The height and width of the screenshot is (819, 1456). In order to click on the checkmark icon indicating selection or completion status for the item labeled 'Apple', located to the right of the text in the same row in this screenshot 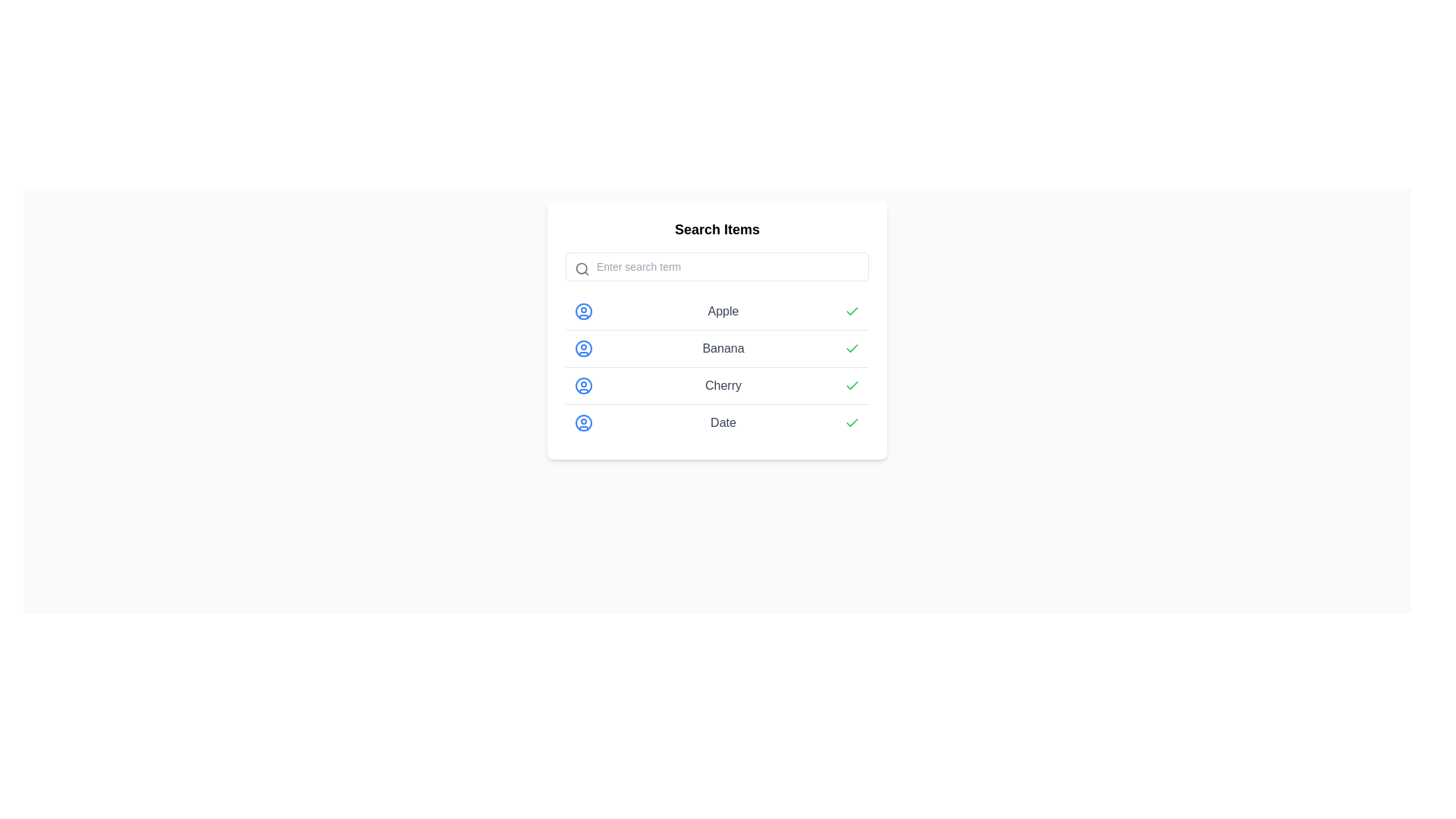, I will do `click(852, 311)`.